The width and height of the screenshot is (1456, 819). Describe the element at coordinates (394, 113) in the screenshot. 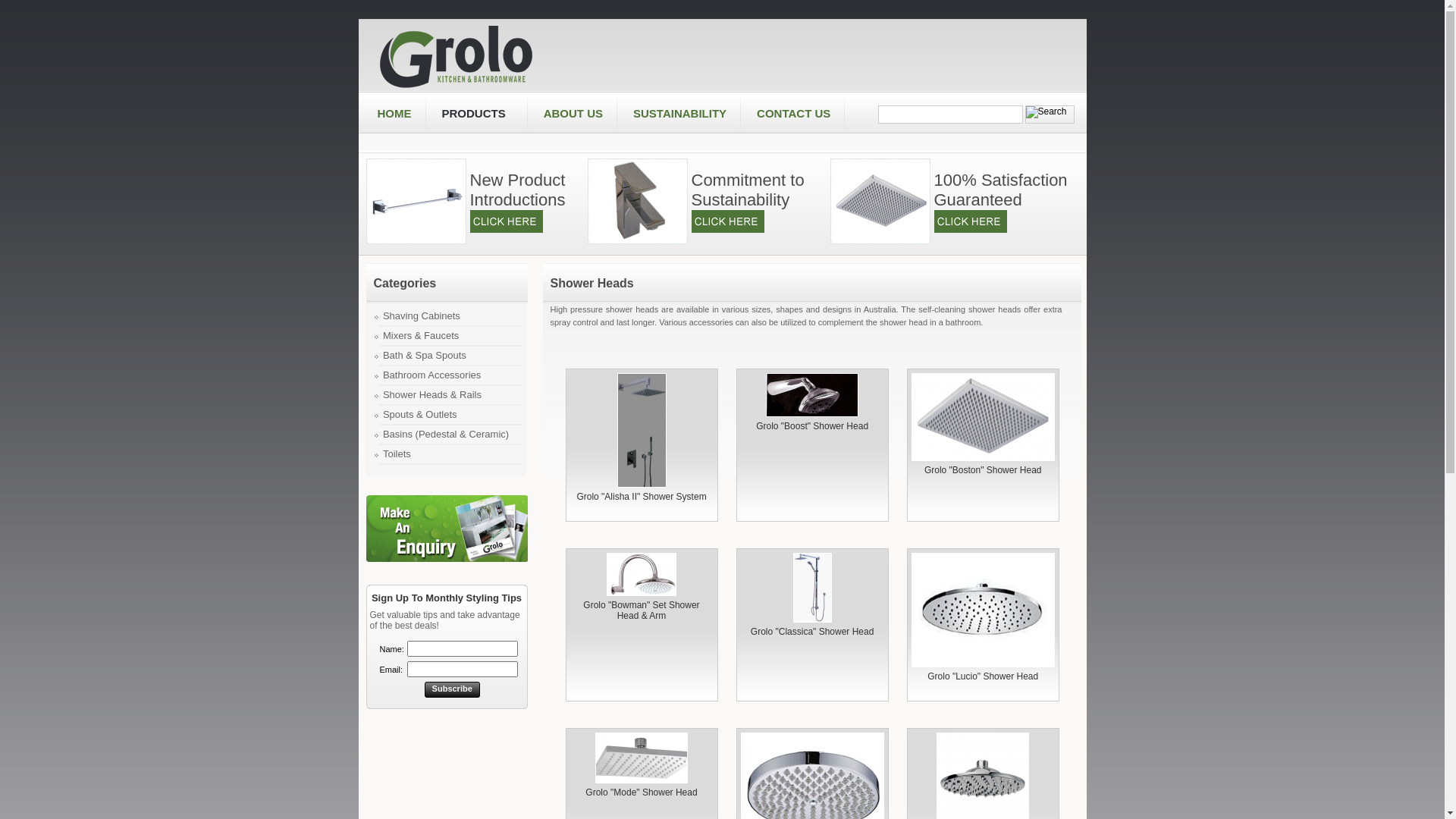

I see `'HOME'` at that location.